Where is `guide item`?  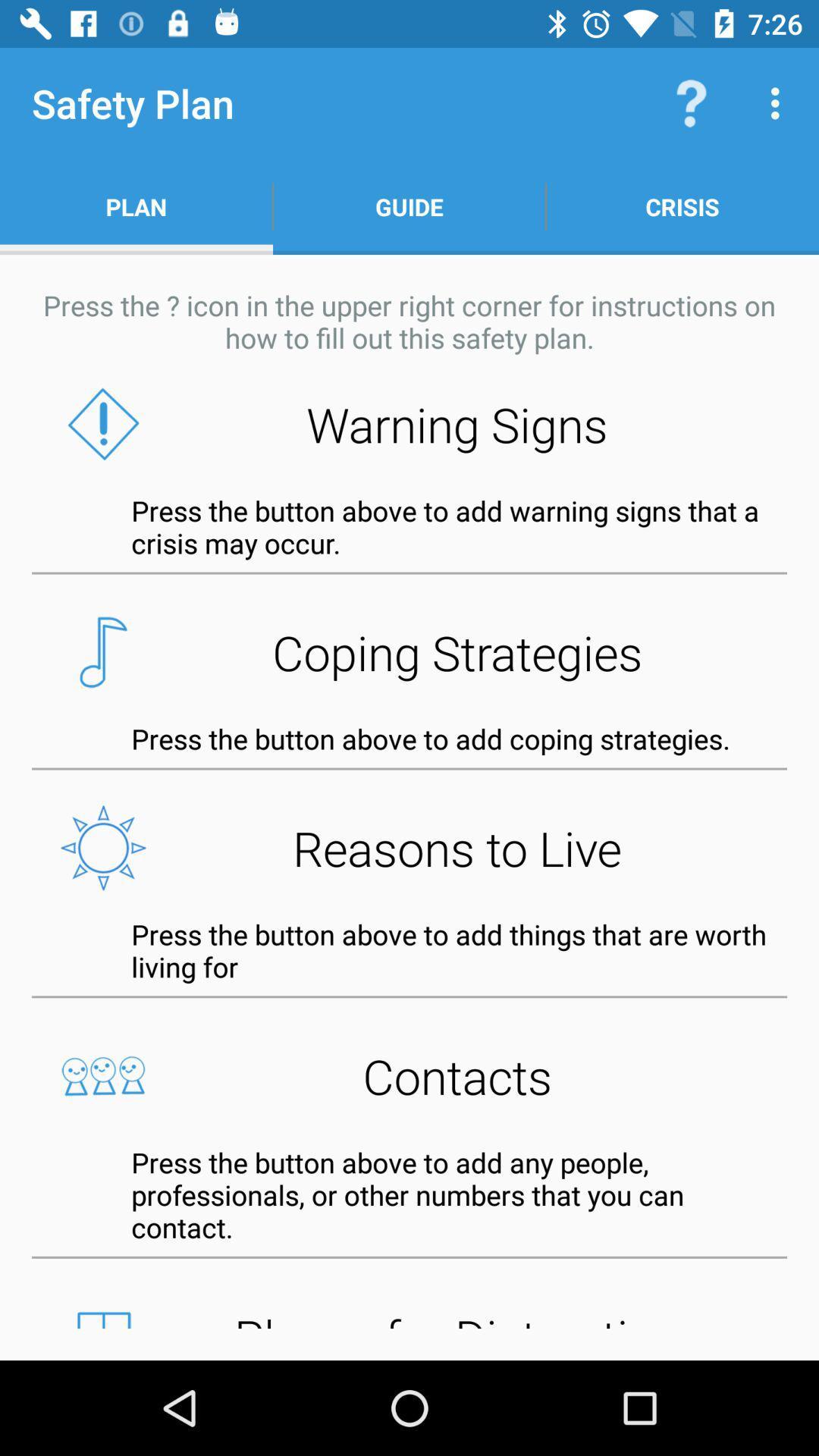 guide item is located at coordinates (409, 206).